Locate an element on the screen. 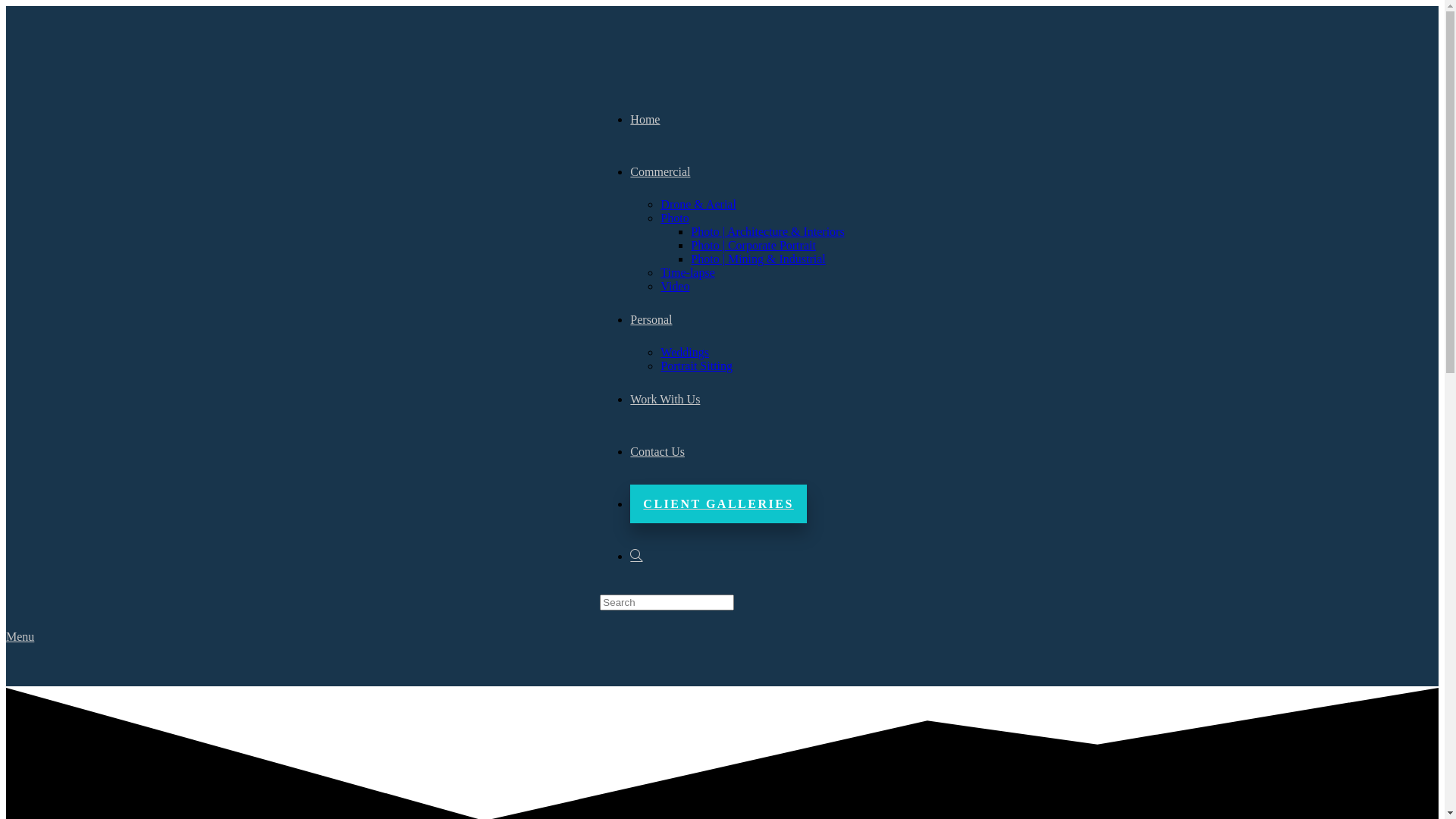 This screenshot has height=819, width=1456. 'Work With Us' is located at coordinates (665, 398).